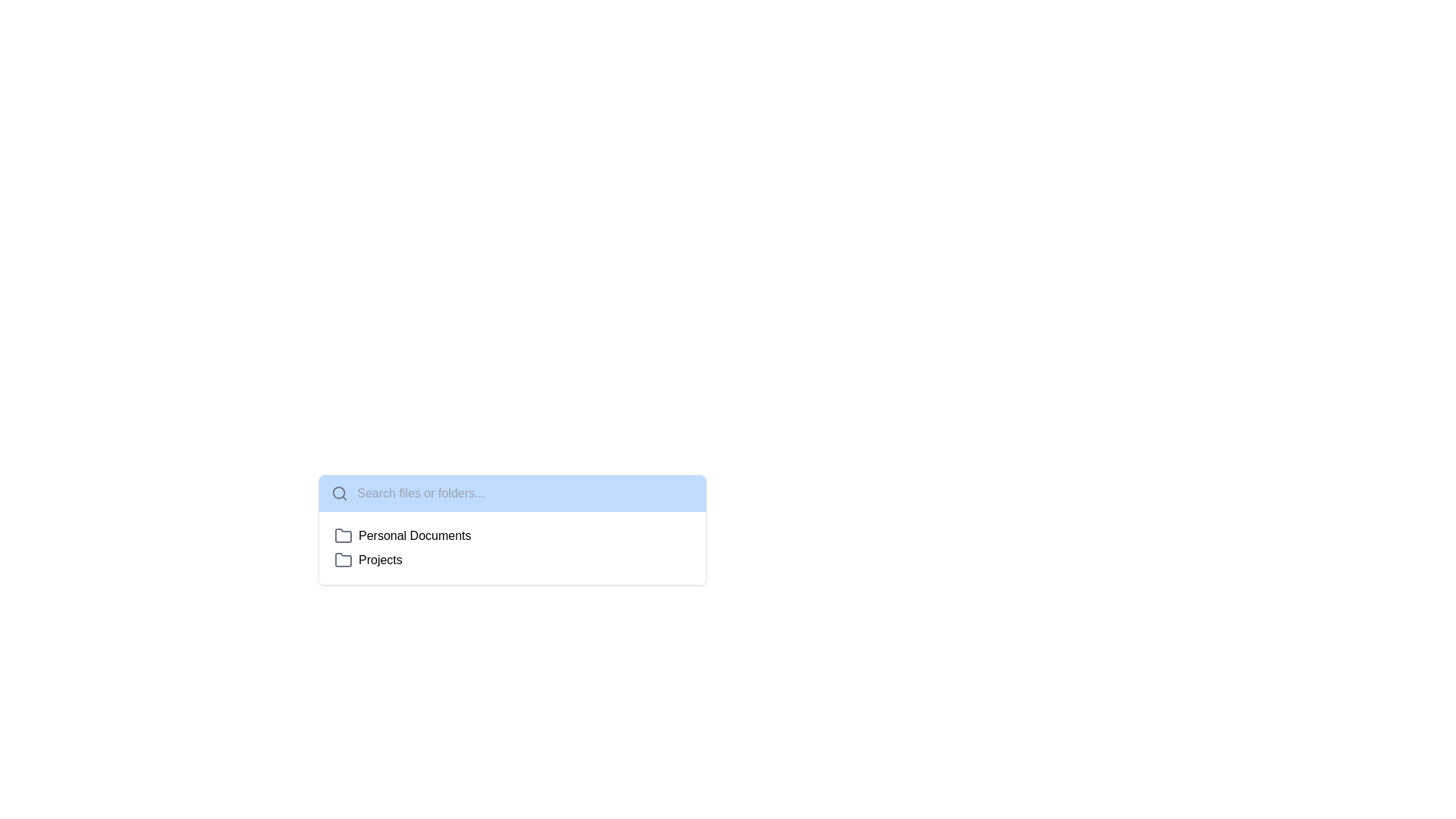 The width and height of the screenshot is (1456, 819). Describe the element at coordinates (415, 535) in the screenshot. I see `the text label 'Personal Documents', which is styled with a standard sans-serif font and is part of a file navigation panel, located beneath a search bar and above the 'Projects' item` at that location.